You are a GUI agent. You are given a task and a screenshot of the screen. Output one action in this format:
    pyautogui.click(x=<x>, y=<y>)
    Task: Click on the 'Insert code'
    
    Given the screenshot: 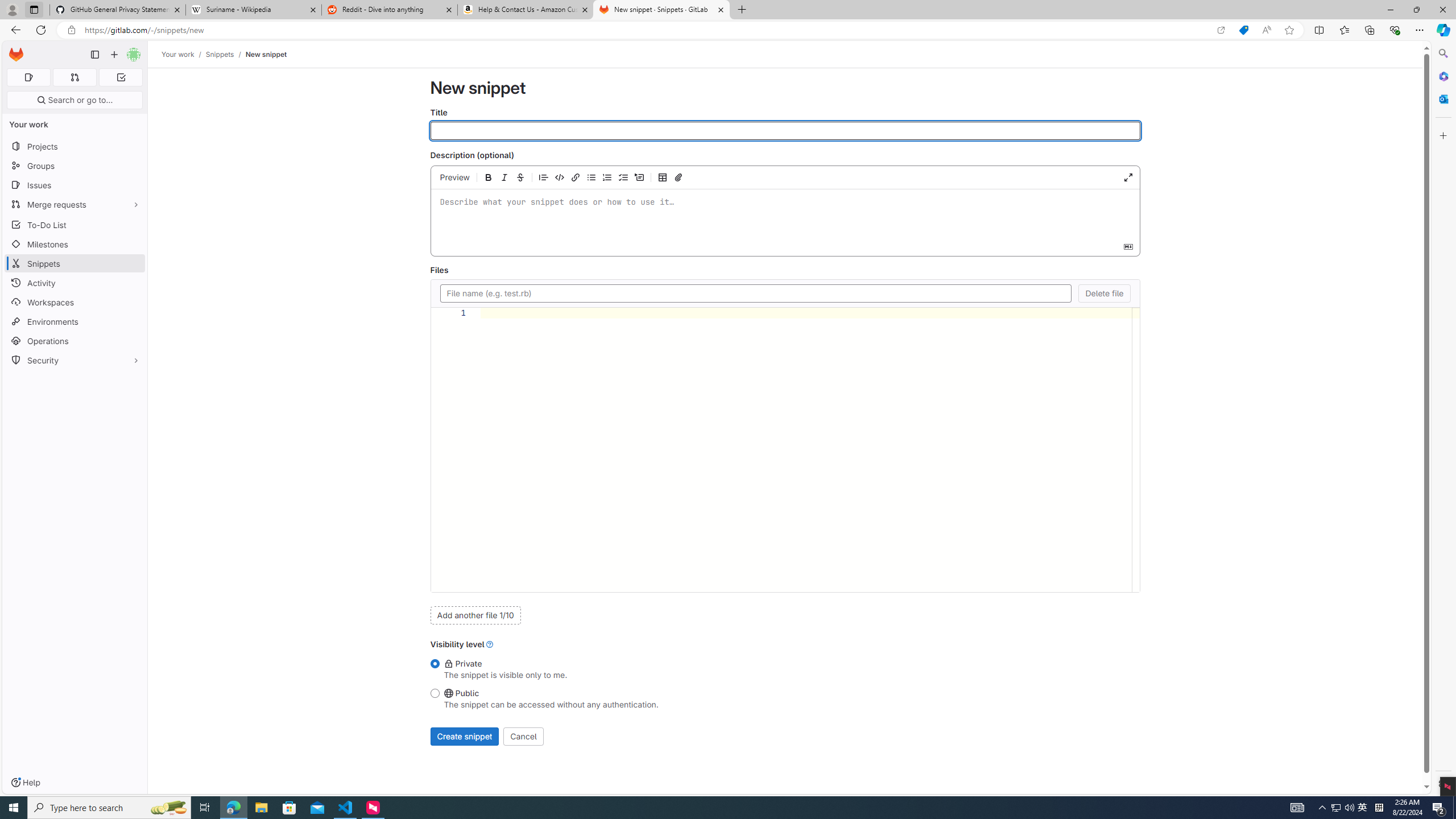 What is the action you would take?
    pyautogui.click(x=559, y=176)
    